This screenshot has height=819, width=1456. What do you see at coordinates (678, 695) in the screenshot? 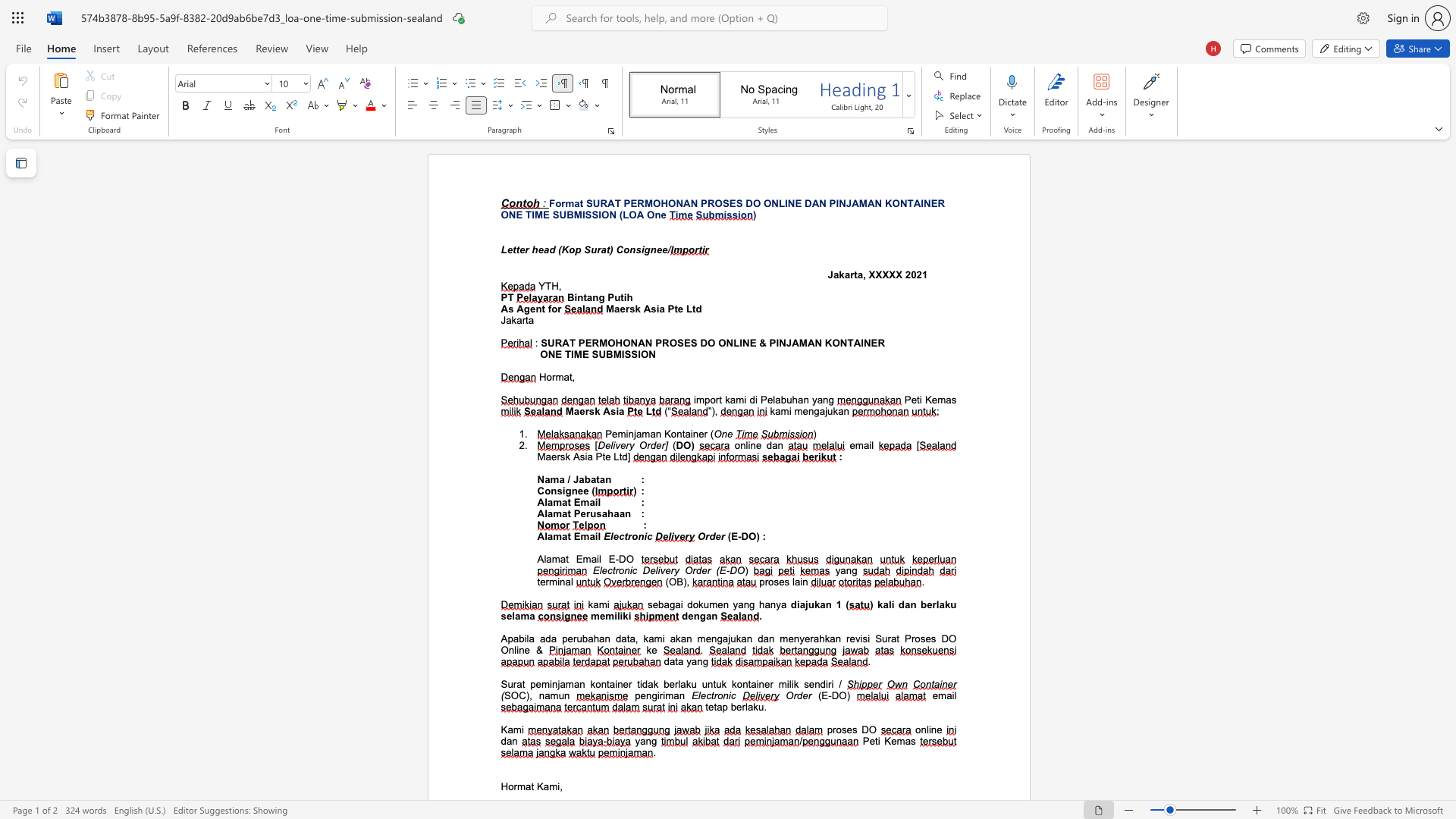
I see `the space between the continuous character "a" and "n" in the text` at bounding box center [678, 695].